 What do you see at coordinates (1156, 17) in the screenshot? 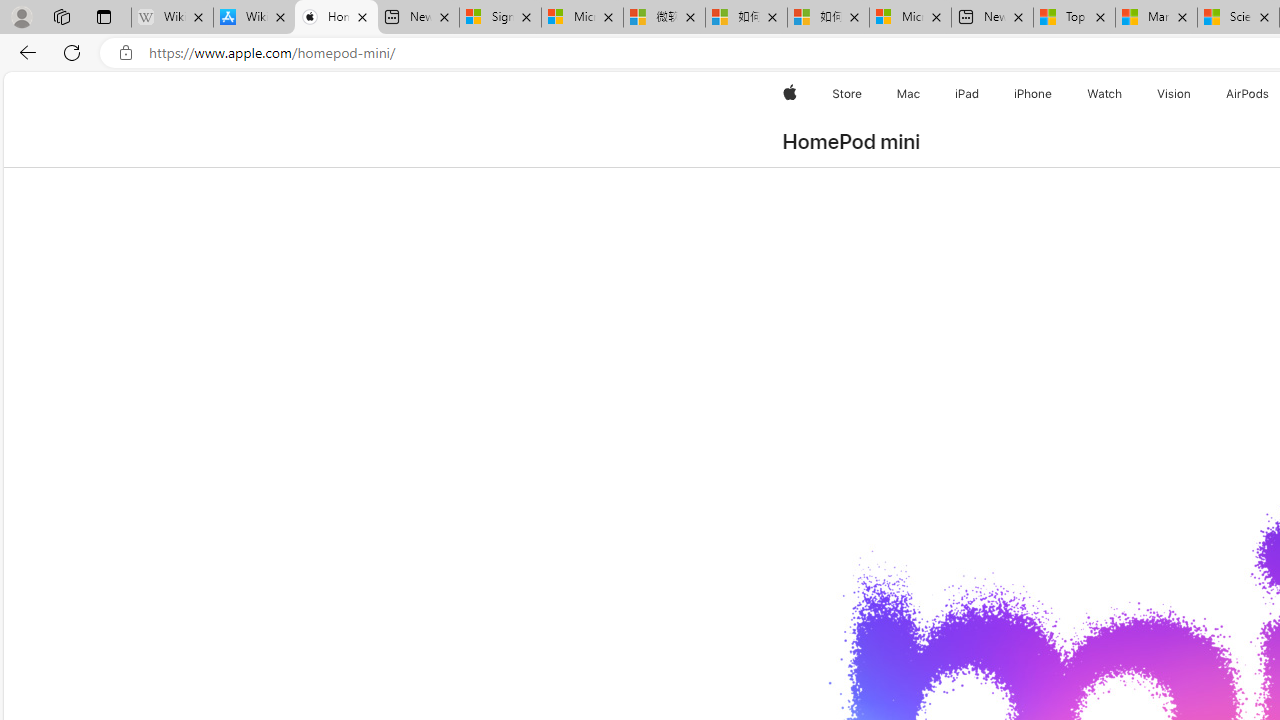
I see `'Marine life - MSN'` at bounding box center [1156, 17].